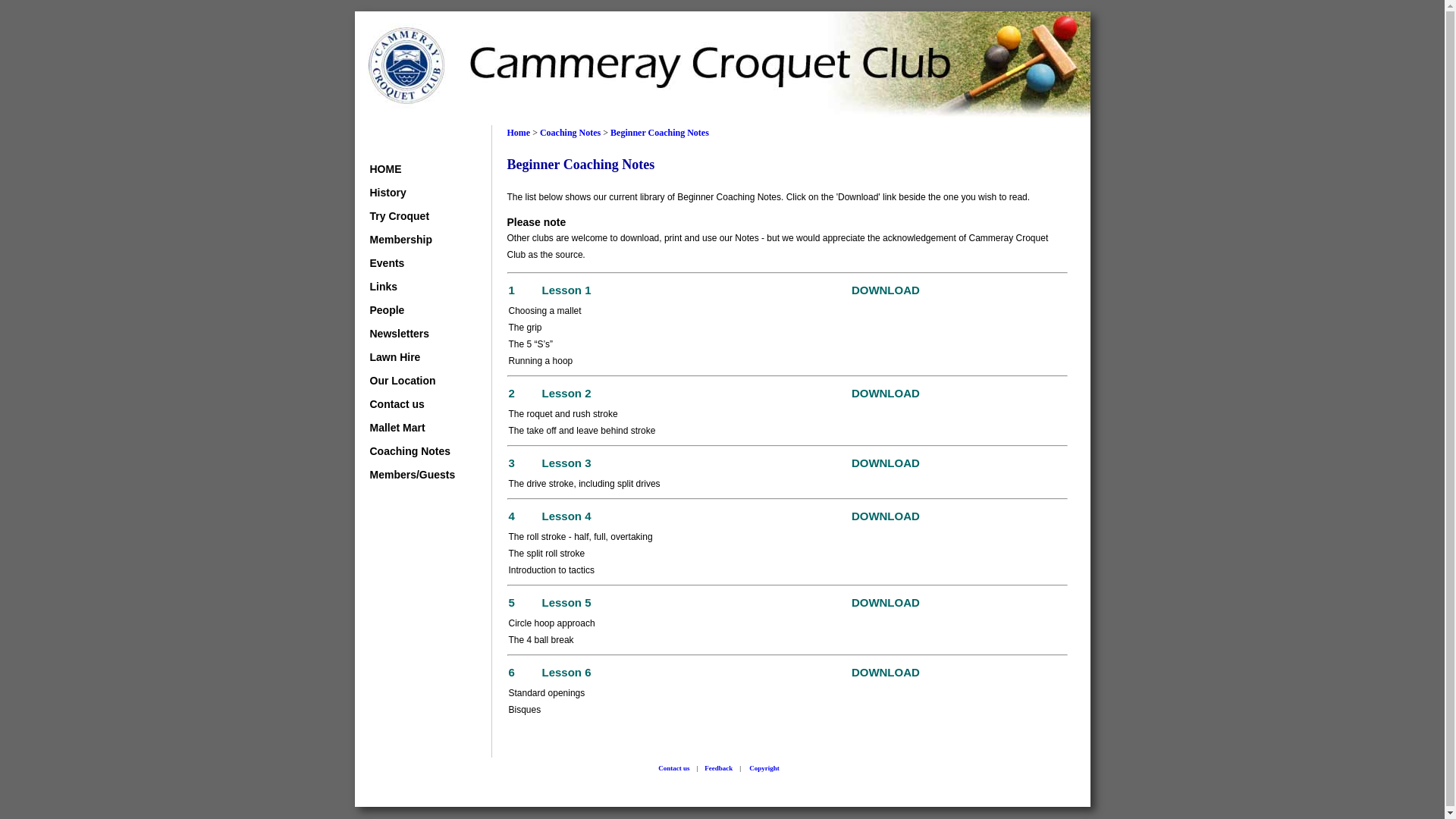 This screenshot has width=1456, height=819. Describe the element at coordinates (539, 131) in the screenshot. I see `'Coaching Notes'` at that location.